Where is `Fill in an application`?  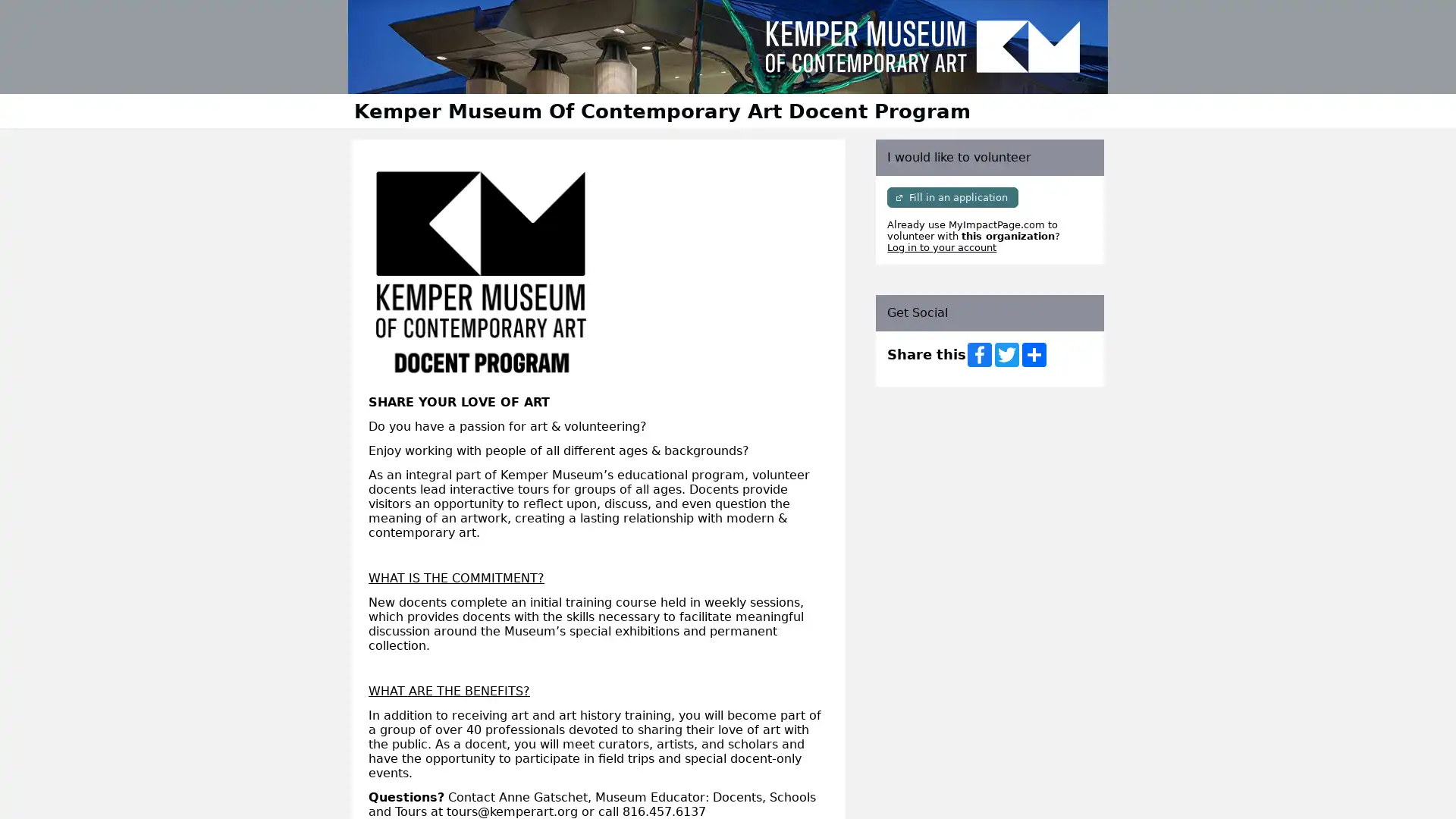
Fill in an application is located at coordinates (952, 196).